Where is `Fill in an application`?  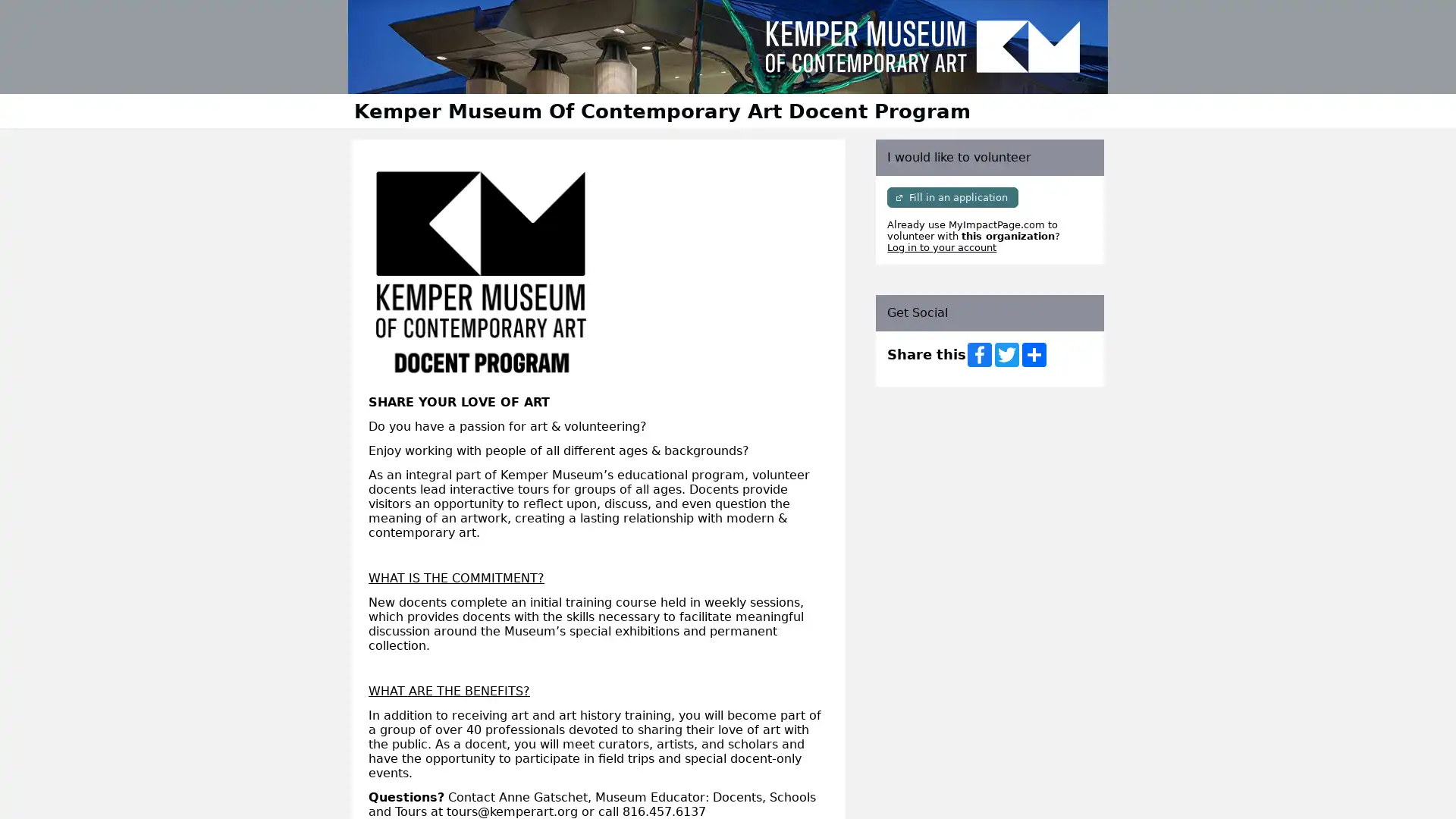
Fill in an application is located at coordinates (952, 196).